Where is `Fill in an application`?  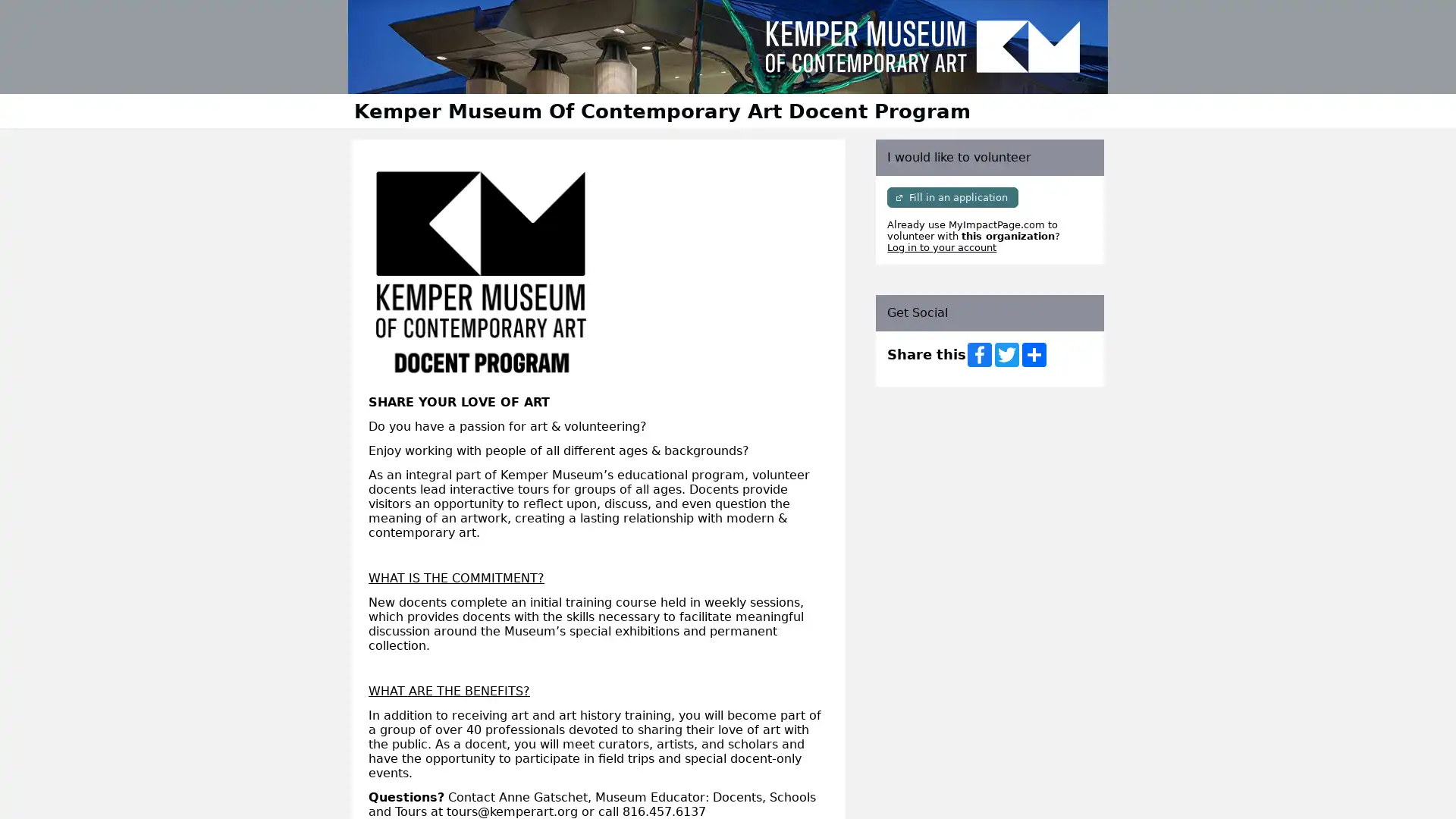
Fill in an application is located at coordinates (952, 196).